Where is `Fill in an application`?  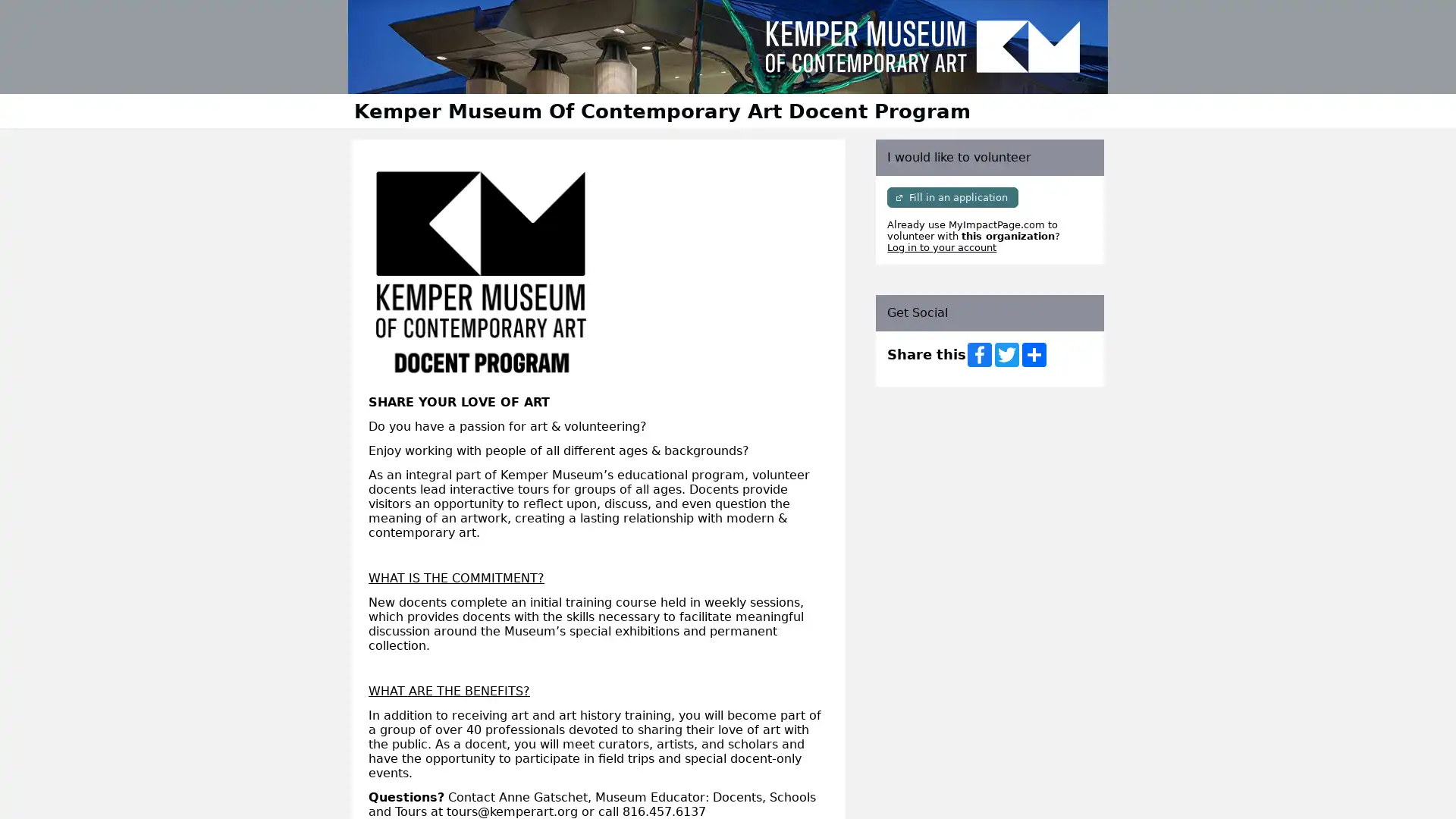
Fill in an application is located at coordinates (952, 196).